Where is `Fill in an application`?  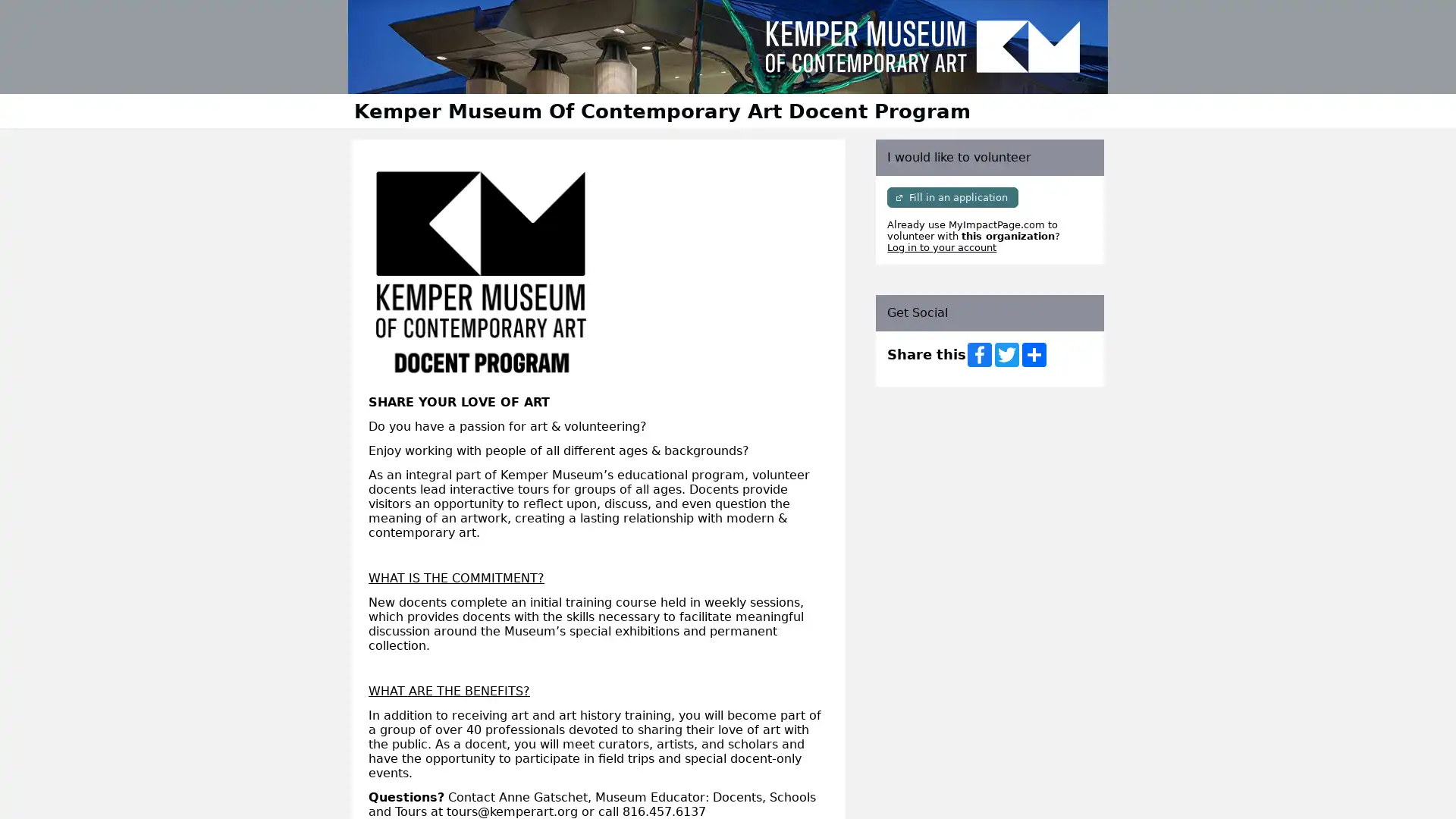
Fill in an application is located at coordinates (952, 196).